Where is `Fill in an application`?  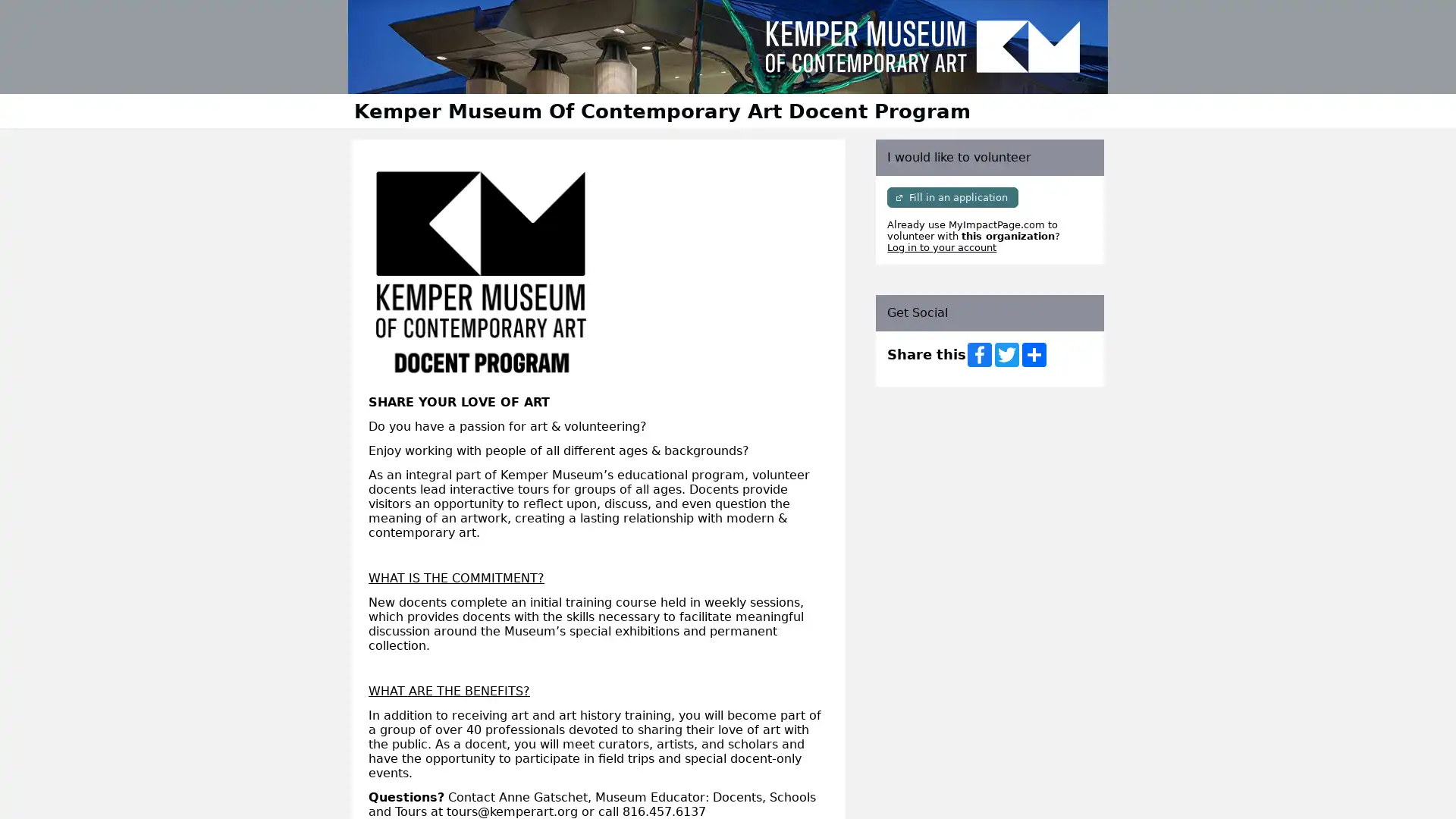
Fill in an application is located at coordinates (952, 196).